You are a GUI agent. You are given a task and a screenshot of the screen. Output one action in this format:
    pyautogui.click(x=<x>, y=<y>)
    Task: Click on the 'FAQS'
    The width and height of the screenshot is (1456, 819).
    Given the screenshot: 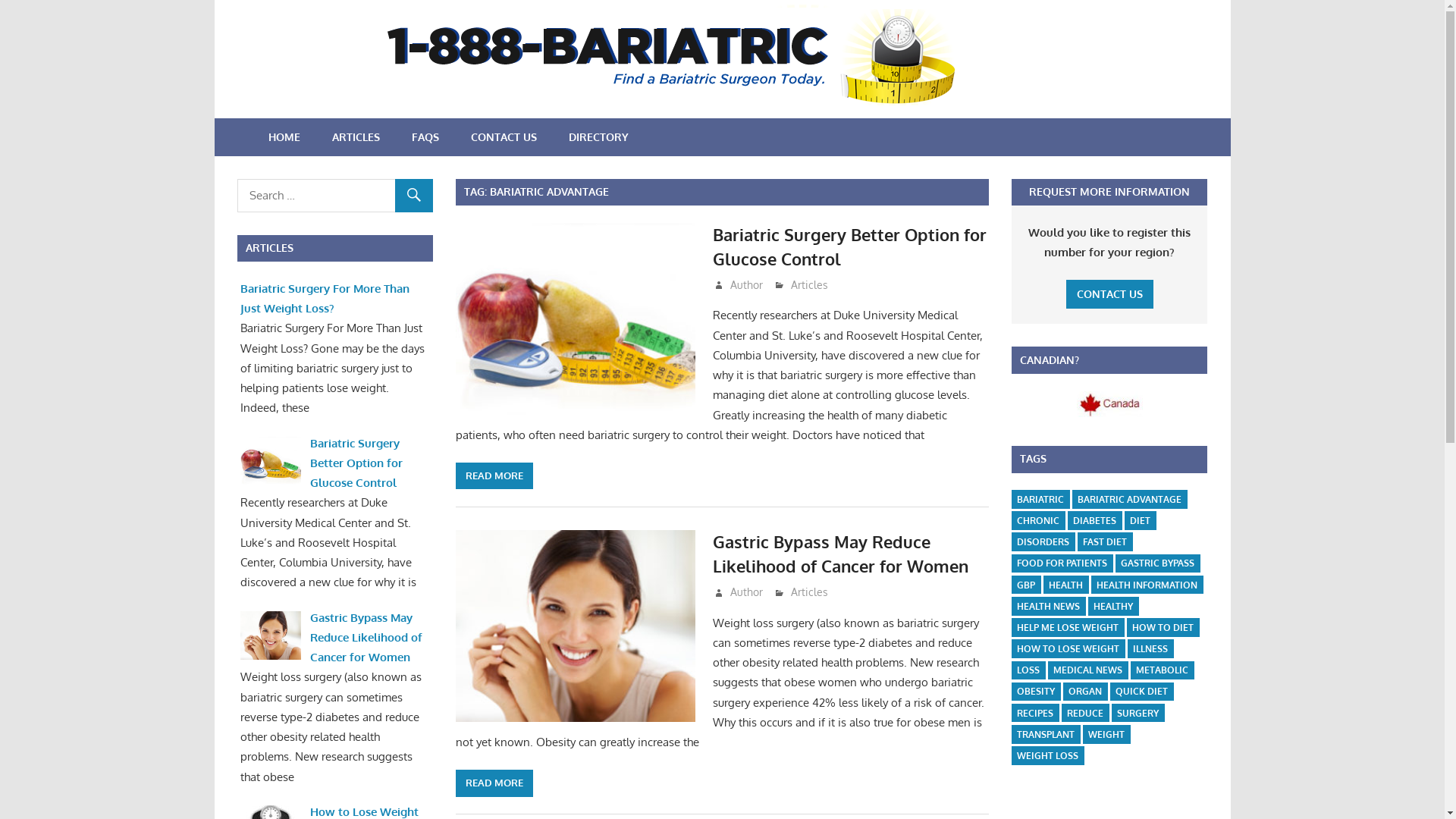 What is the action you would take?
    pyautogui.click(x=425, y=137)
    